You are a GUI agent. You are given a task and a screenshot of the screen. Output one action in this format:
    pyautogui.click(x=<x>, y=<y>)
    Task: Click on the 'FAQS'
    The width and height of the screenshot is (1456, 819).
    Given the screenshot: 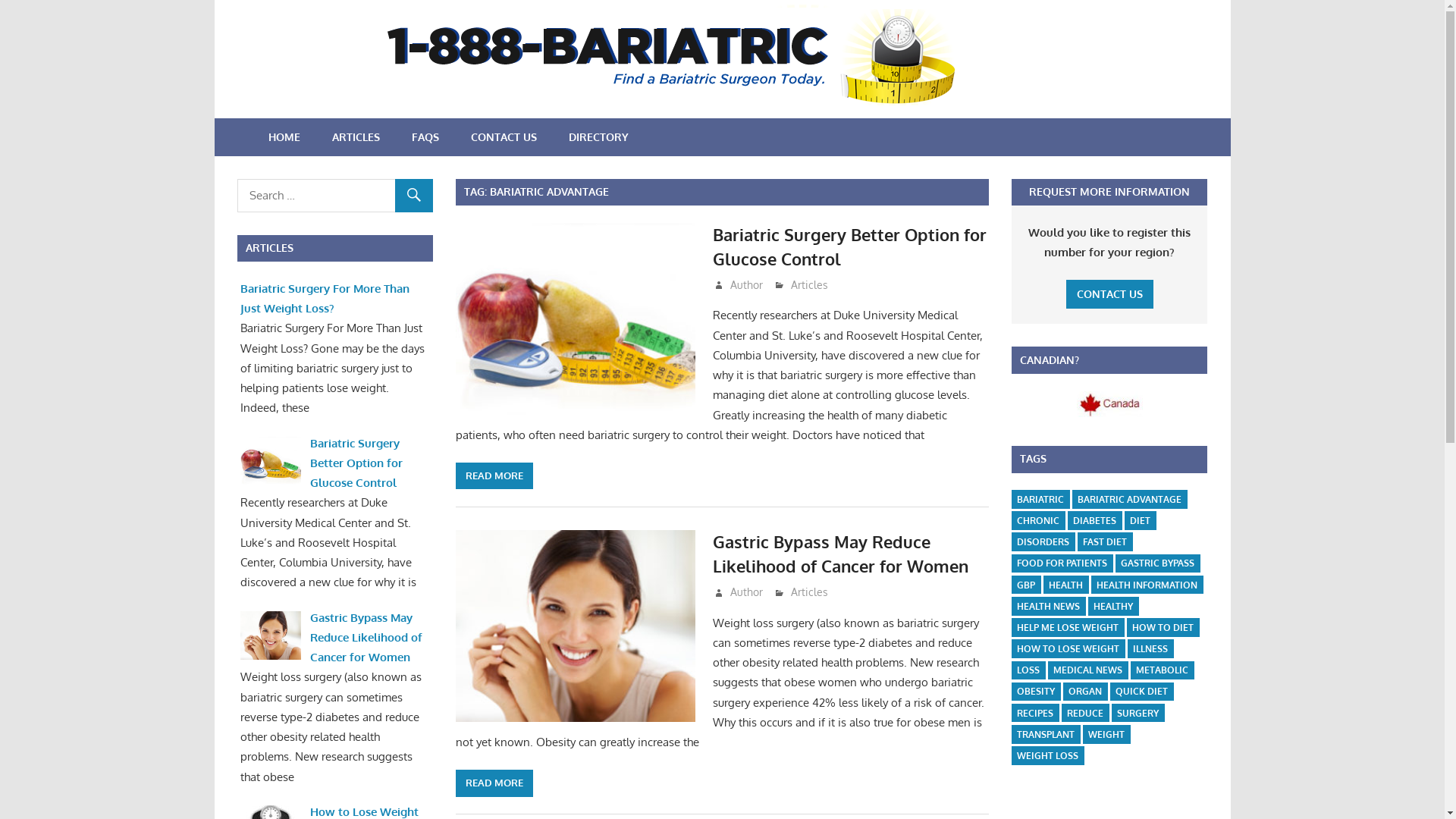 What is the action you would take?
    pyautogui.click(x=425, y=137)
    